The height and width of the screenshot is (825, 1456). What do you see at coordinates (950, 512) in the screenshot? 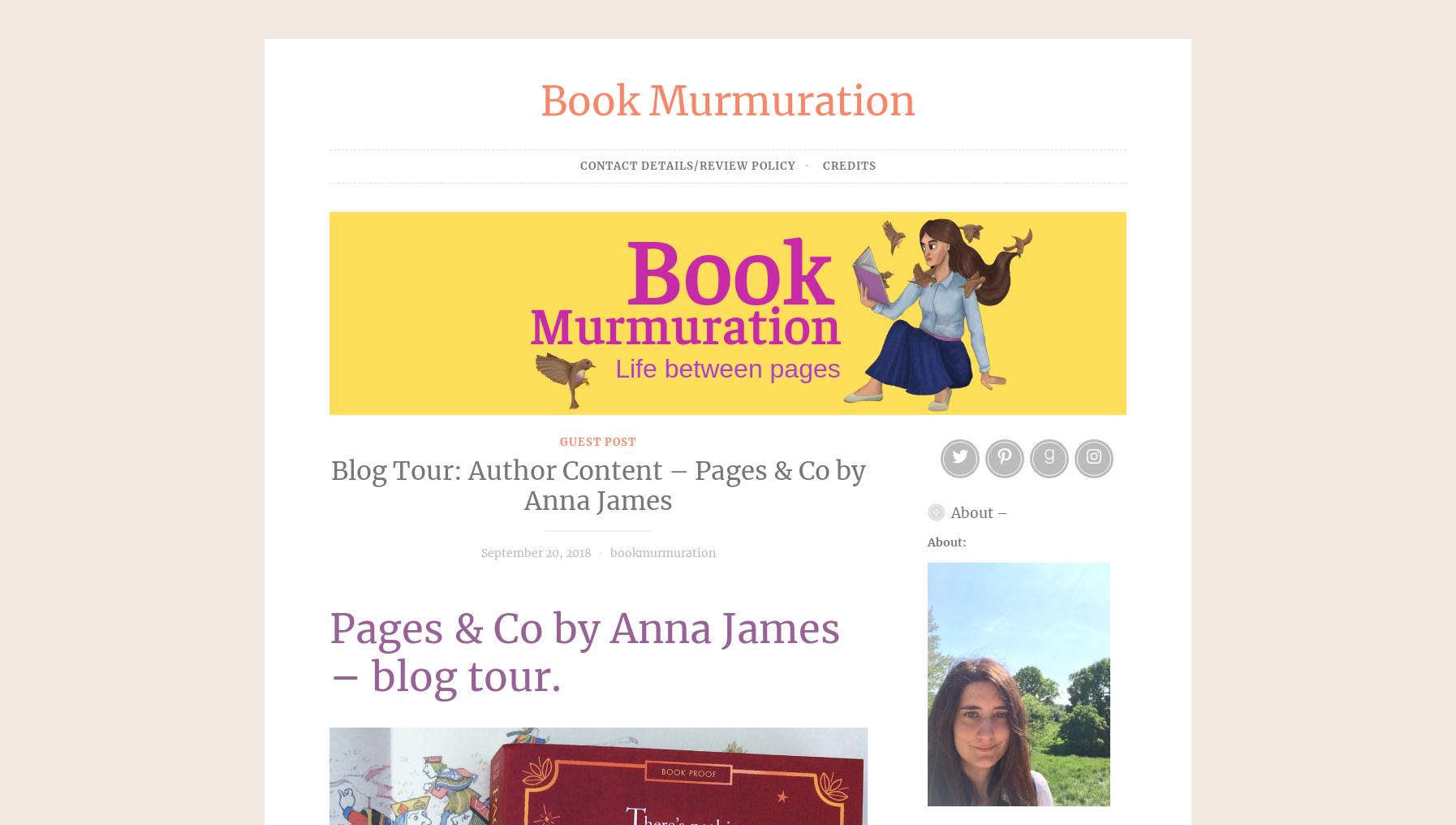
I see `'About –'` at bounding box center [950, 512].